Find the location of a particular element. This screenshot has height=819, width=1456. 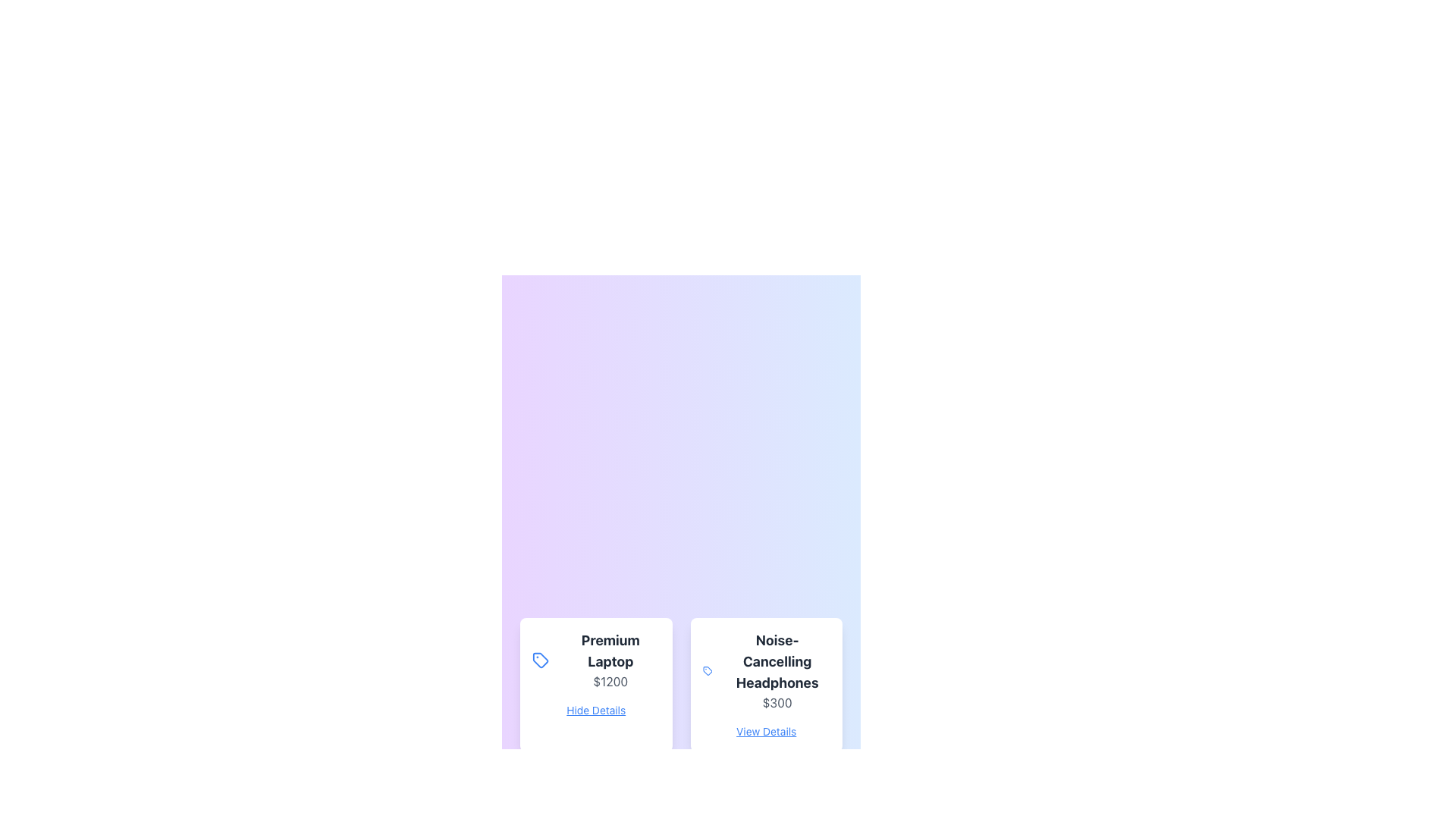

the decorative or informative icon located above the label 'Premium Laptop $1200' in the left column of the interface is located at coordinates (541, 659).